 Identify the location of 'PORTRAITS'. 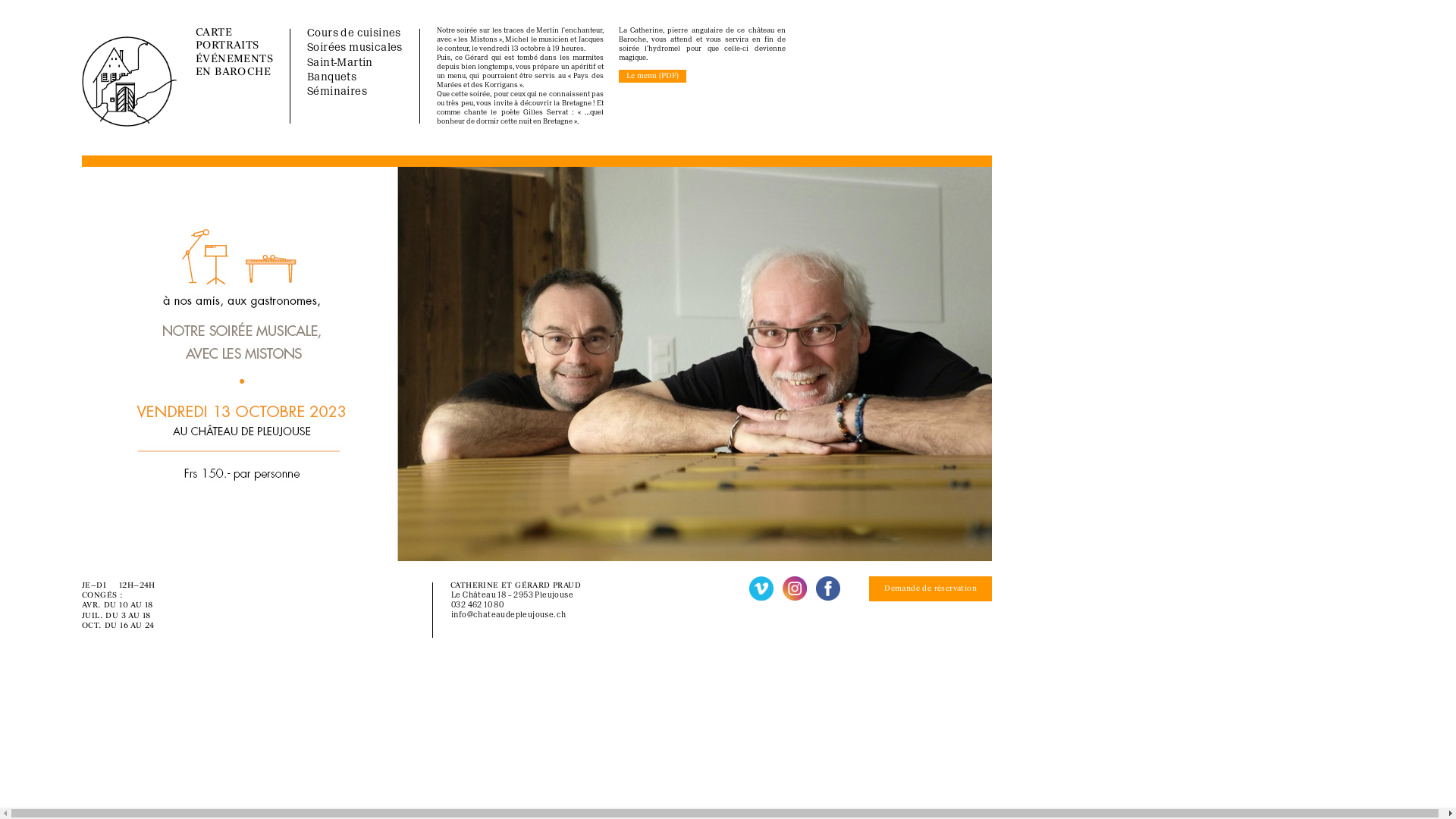
(226, 45).